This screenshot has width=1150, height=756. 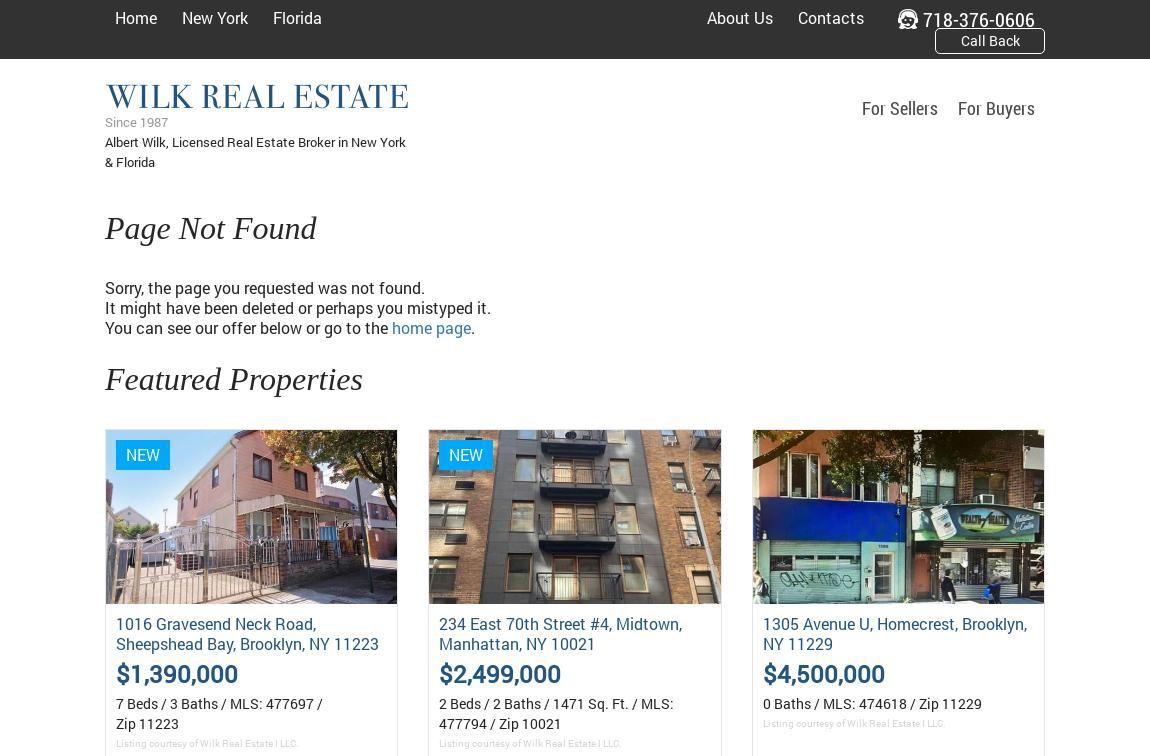 I want to click on 'Home', so click(x=114, y=17).